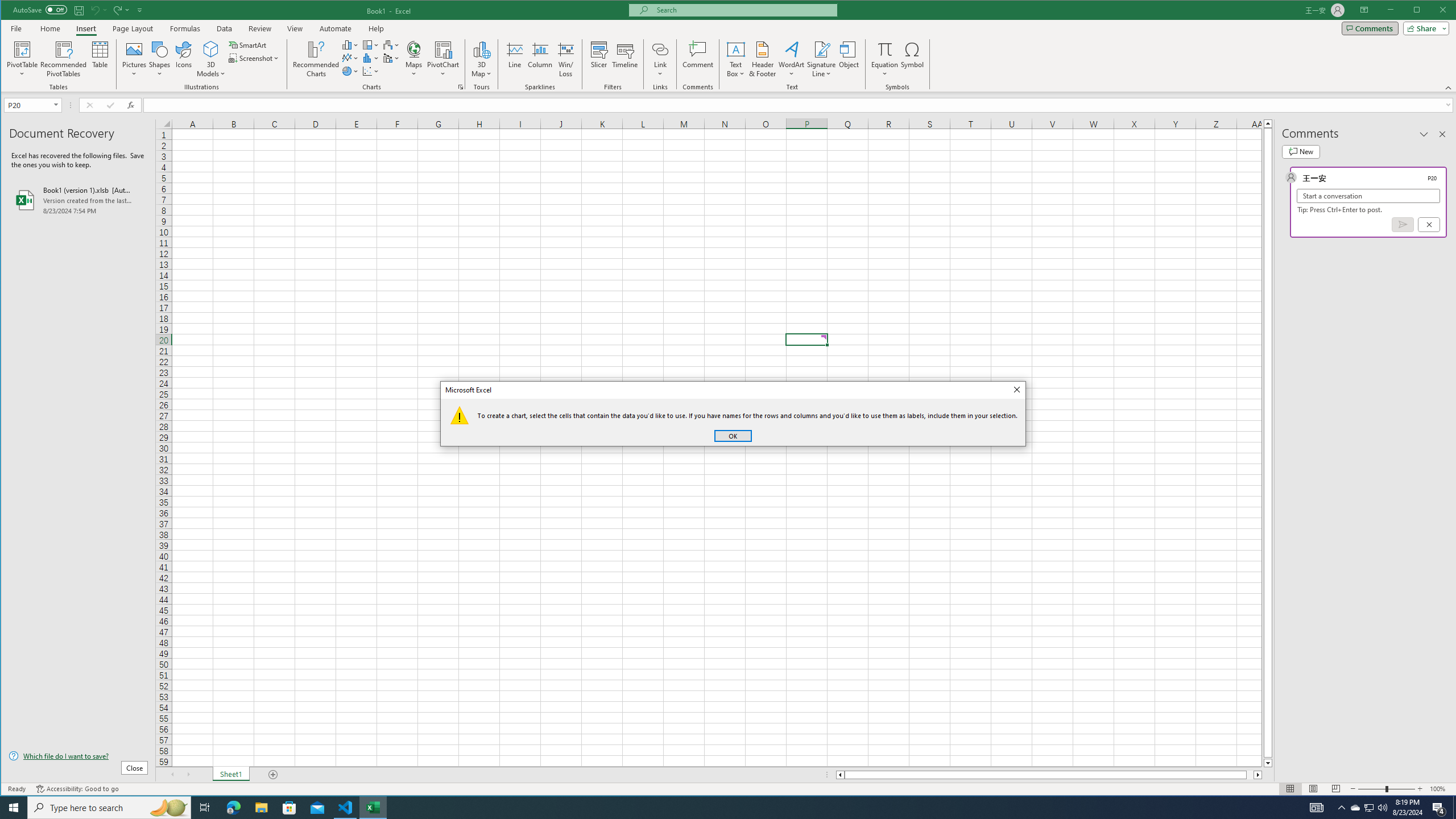  Describe the element at coordinates (848, 59) in the screenshot. I see `'Object...'` at that location.